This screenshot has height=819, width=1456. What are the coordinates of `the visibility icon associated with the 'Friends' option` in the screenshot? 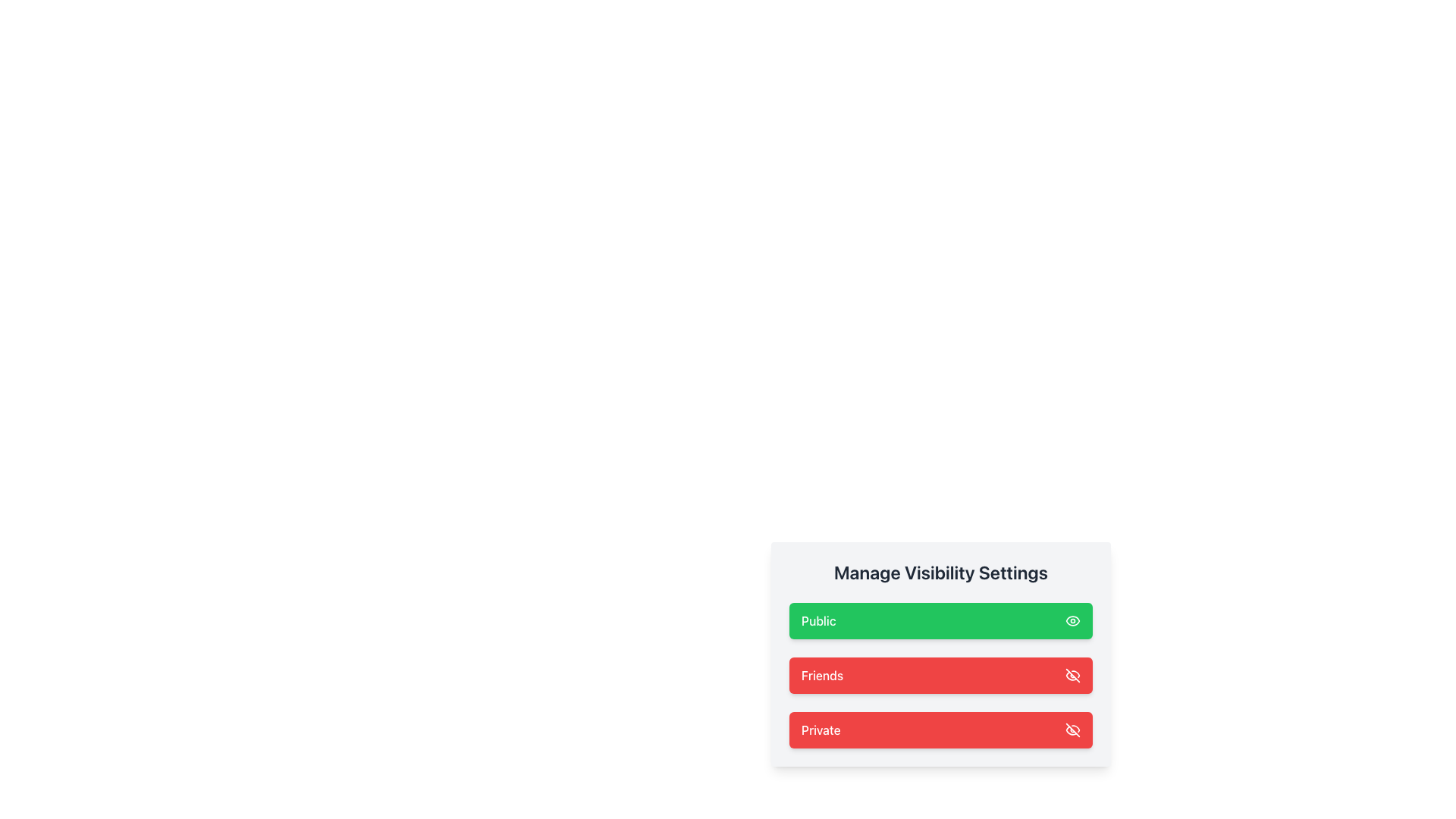 It's located at (1072, 675).